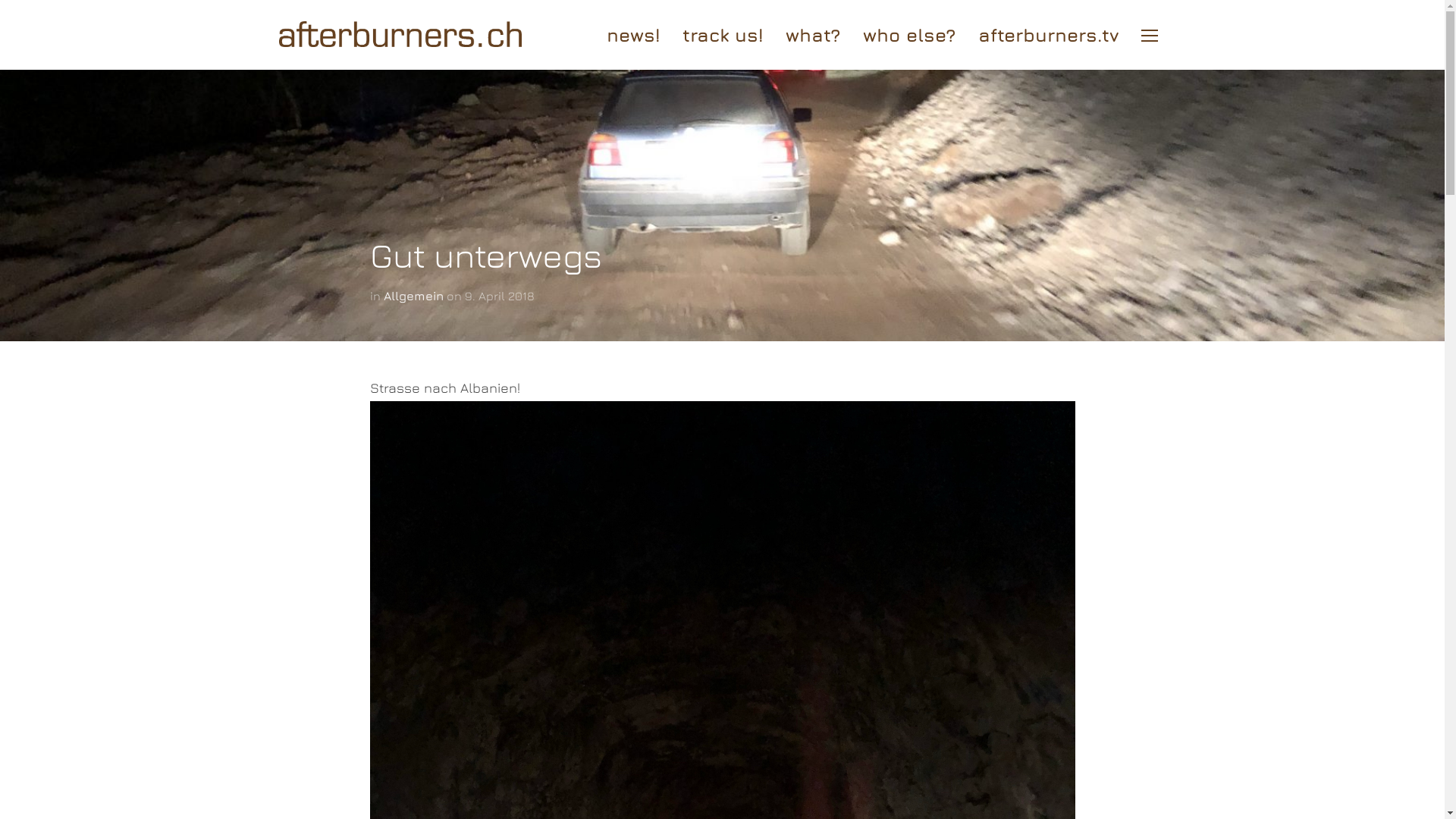 Image resolution: width=1456 pixels, height=819 pixels. I want to click on 'news!', so click(633, 34).